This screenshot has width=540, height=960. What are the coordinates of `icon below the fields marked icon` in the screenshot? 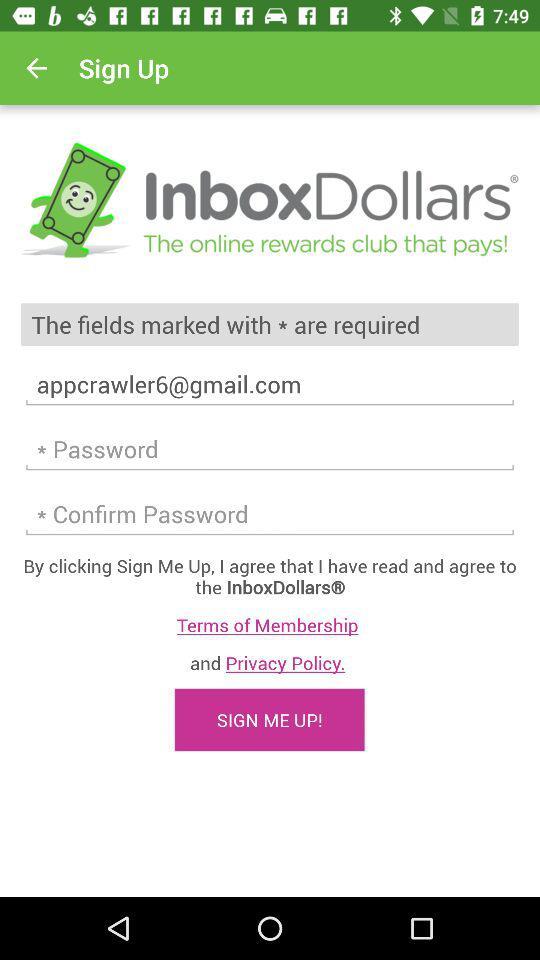 It's located at (270, 383).